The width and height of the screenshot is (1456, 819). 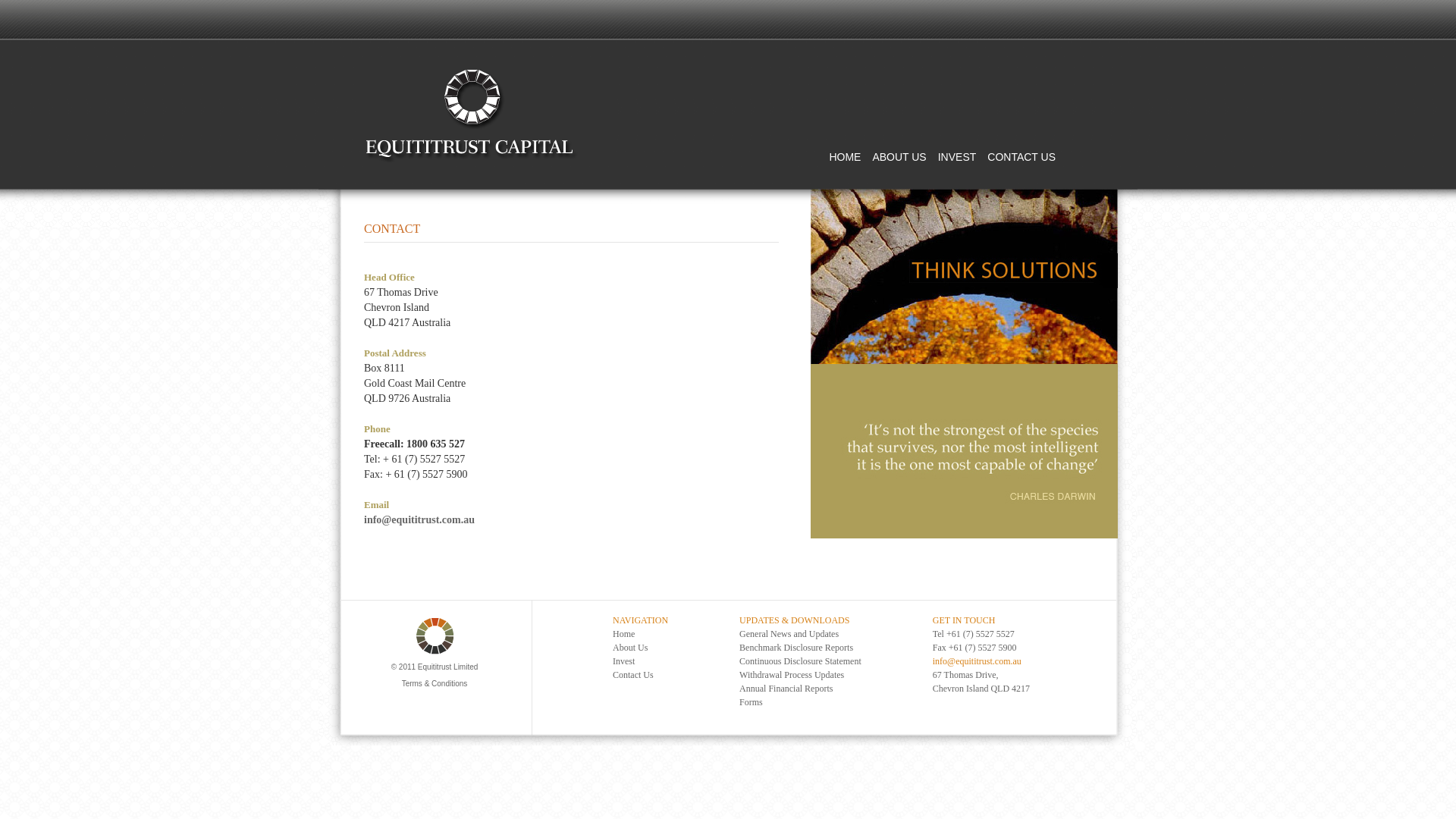 I want to click on 'About Us', so click(x=629, y=647).